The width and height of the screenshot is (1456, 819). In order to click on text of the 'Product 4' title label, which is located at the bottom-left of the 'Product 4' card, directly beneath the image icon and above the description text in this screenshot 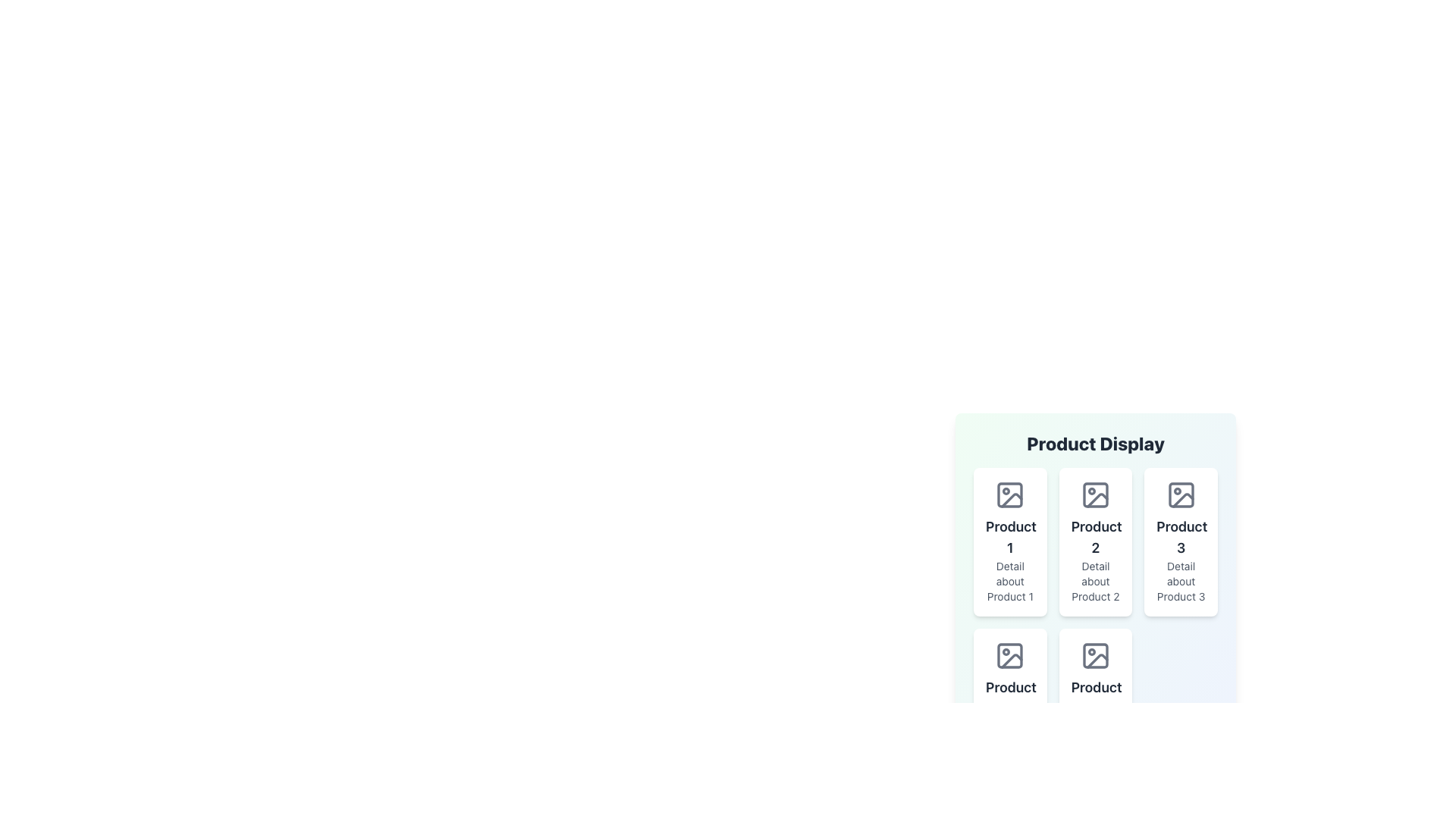, I will do `click(1010, 698)`.